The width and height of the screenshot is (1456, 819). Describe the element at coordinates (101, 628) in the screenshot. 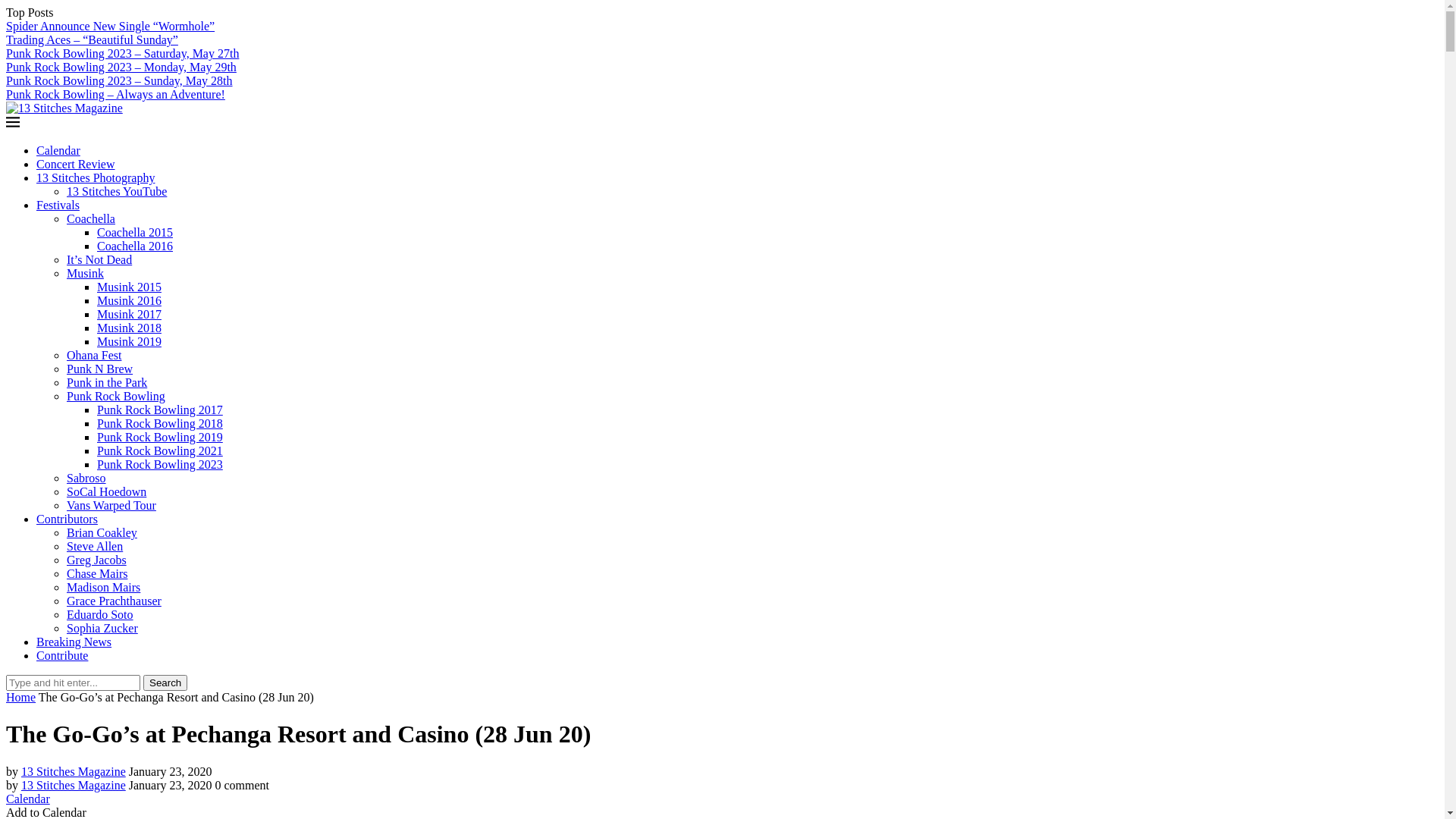

I see `'Sophia Zucker'` at that location.